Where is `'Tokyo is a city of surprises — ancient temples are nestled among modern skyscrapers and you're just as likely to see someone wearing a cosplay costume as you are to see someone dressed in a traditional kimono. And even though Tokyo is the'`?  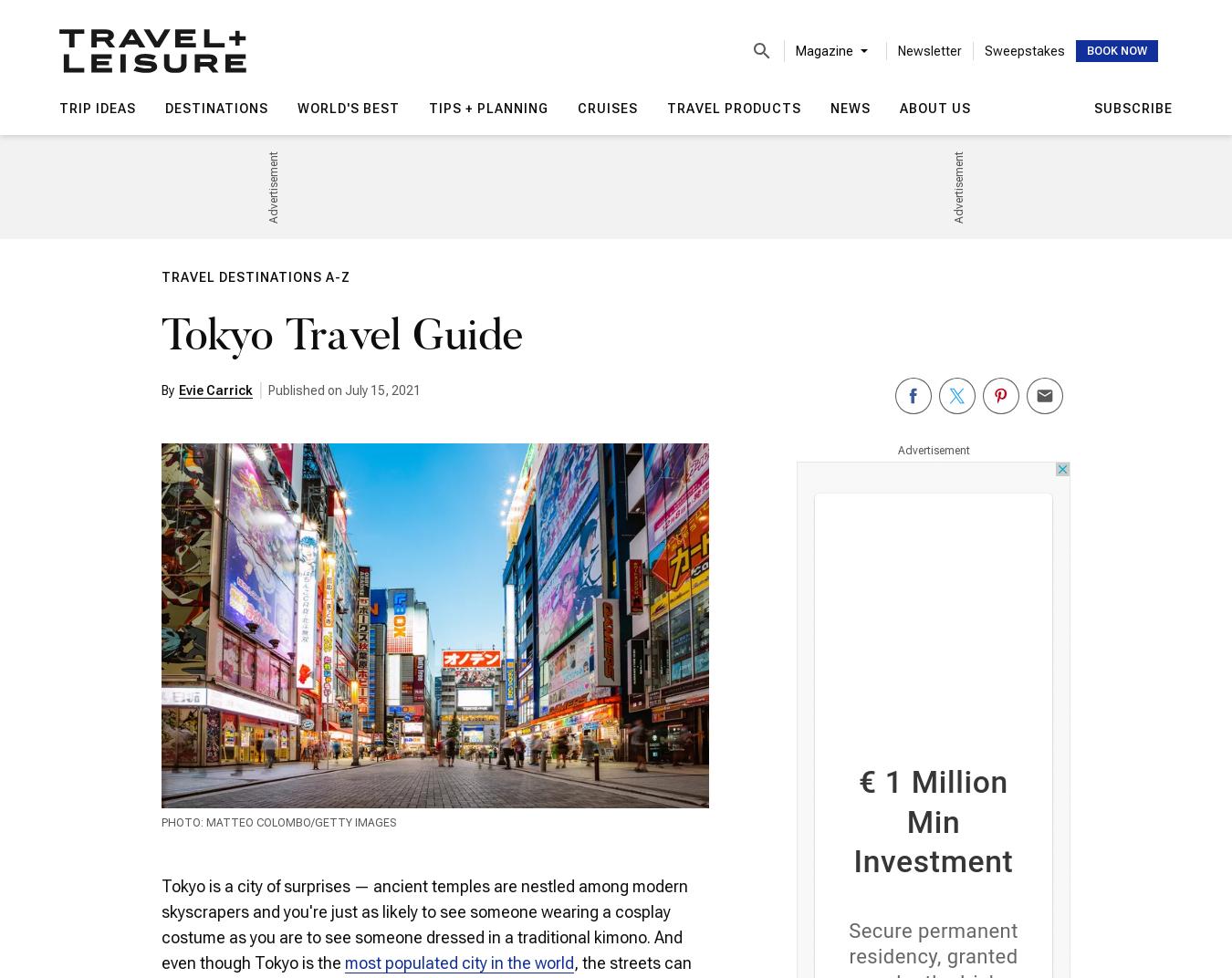
'Tokyo is a city of surprises — ancient temples are nestled among modern skyscrapers and you're just as likely to see someone wearing a cosplay costume as you are to see someone dressed in a traditional kimono. And even though Tokyo is the' is located at coordinates (161, 923).